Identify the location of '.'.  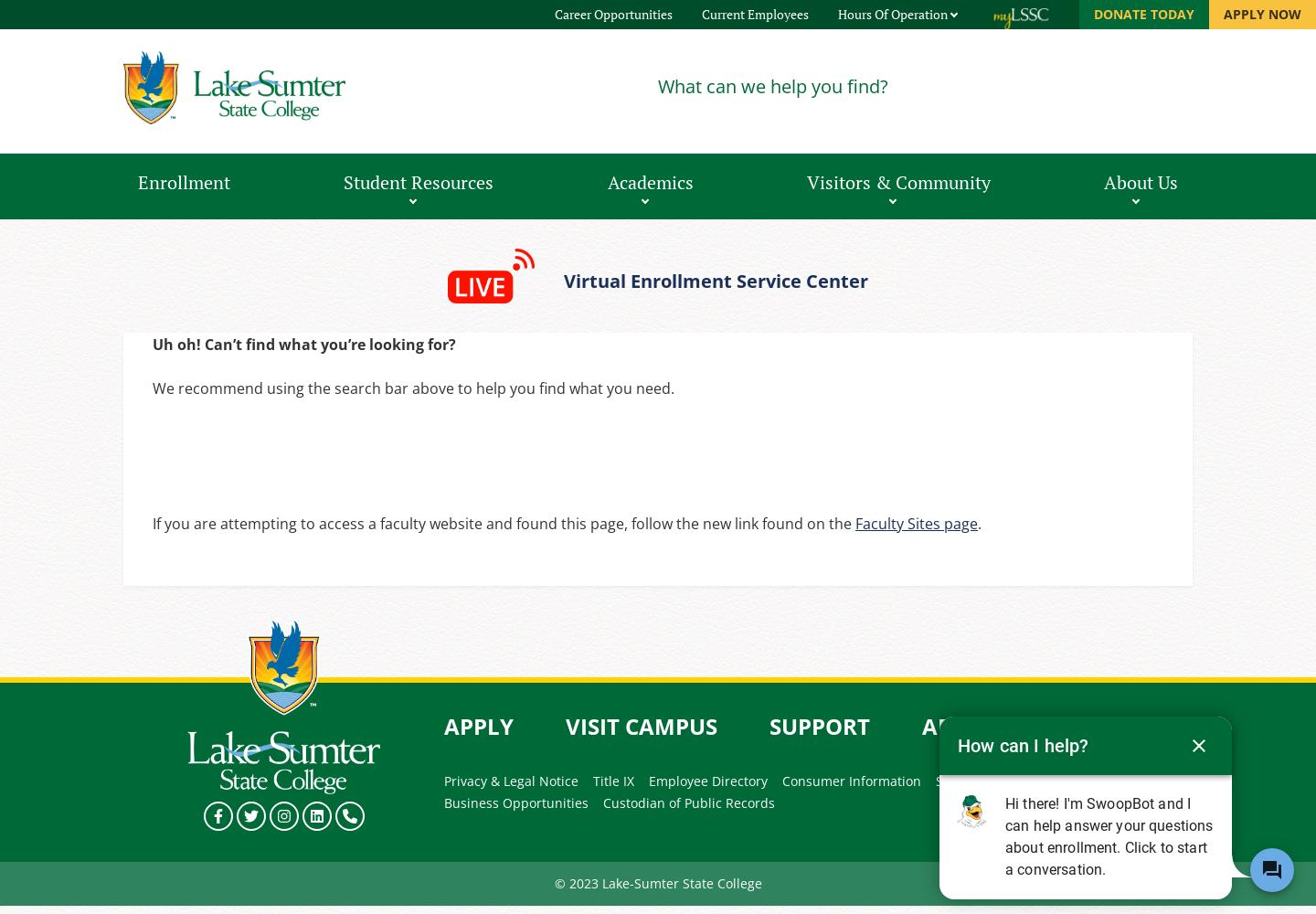
(979, 523).